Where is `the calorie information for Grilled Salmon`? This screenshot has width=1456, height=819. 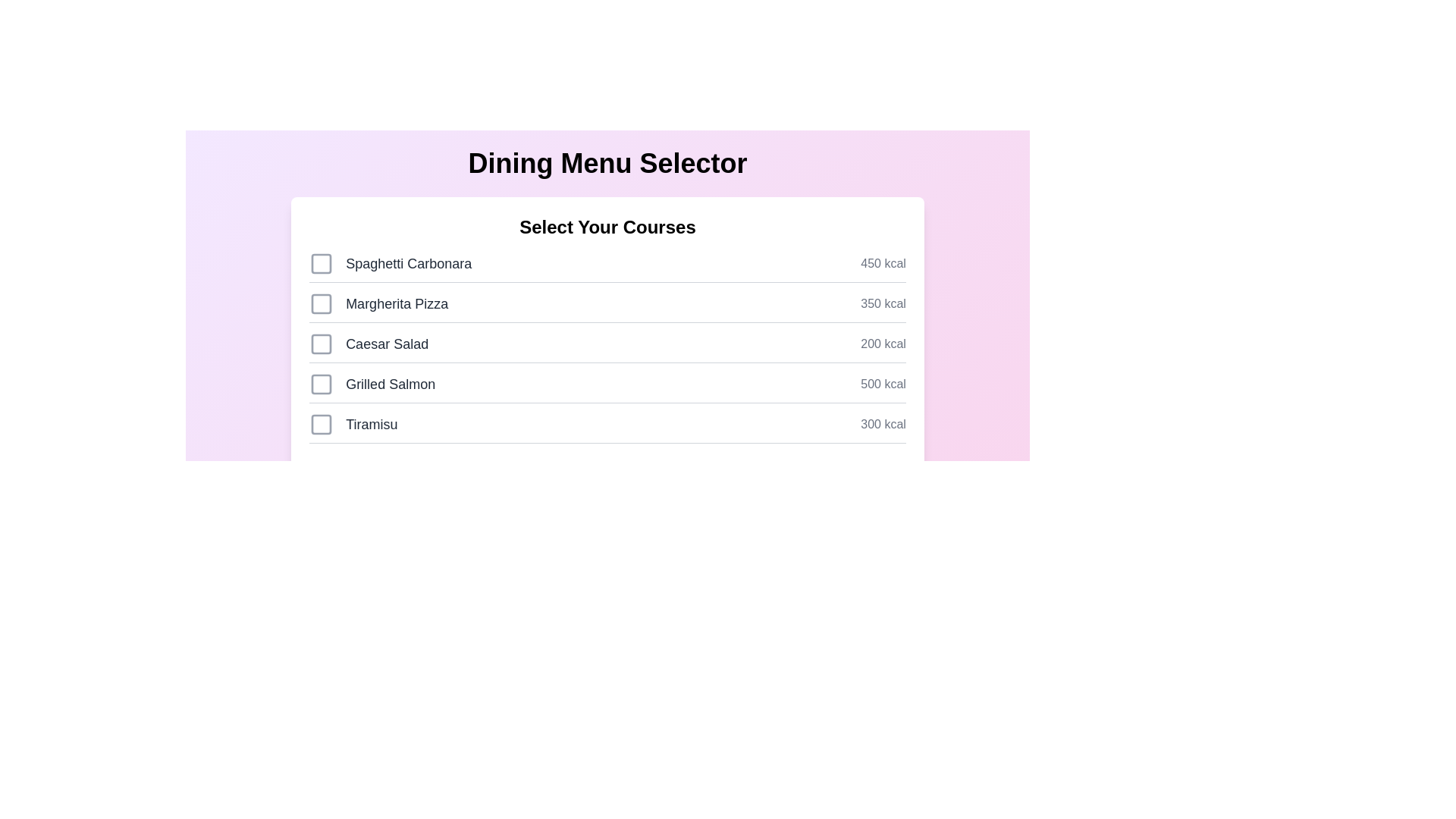
the calorie information for Grilled Salmon is located at coordinates (883, 383).